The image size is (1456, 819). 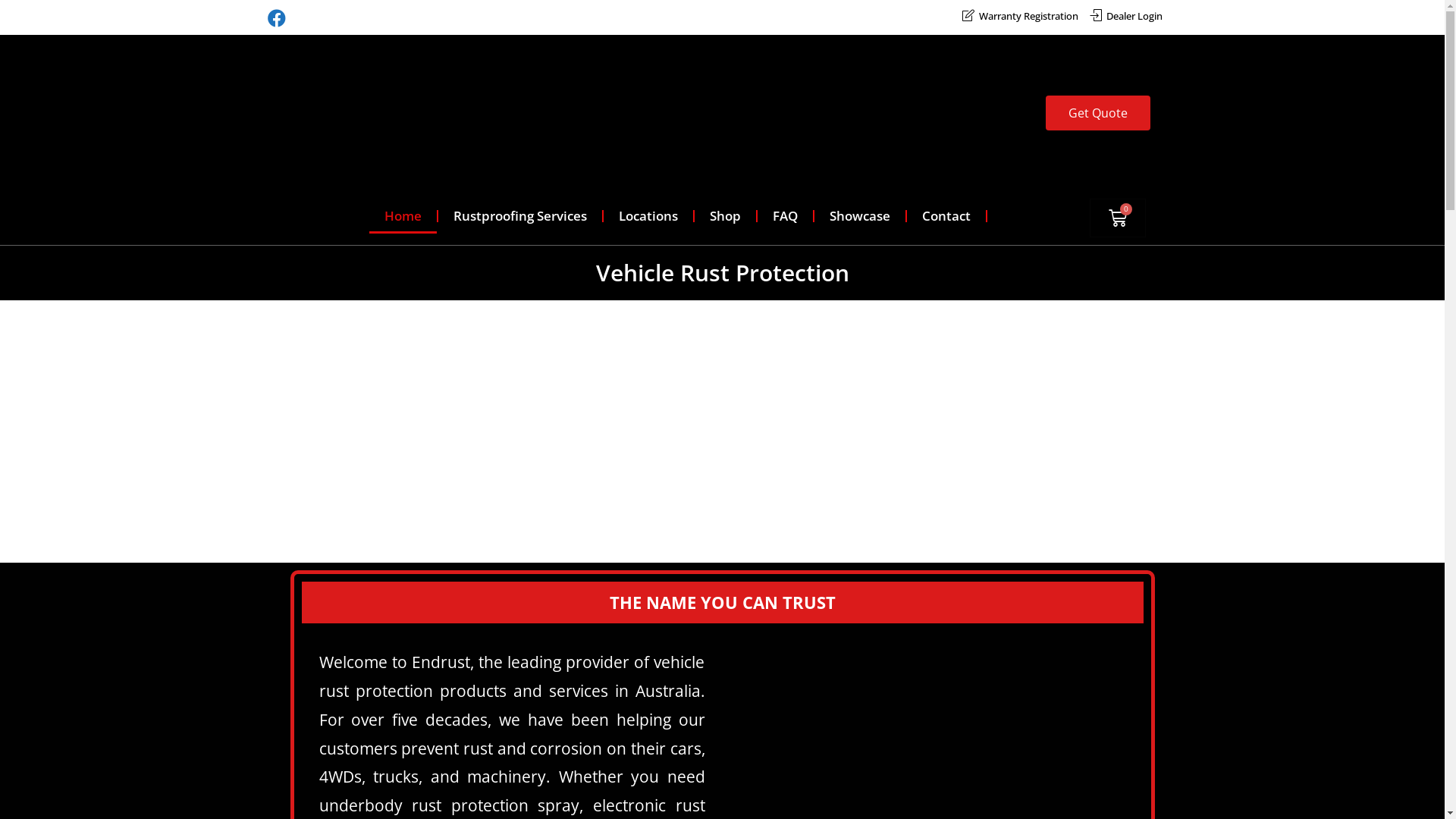 I want to click on '0', so click(x=1117, y=218).